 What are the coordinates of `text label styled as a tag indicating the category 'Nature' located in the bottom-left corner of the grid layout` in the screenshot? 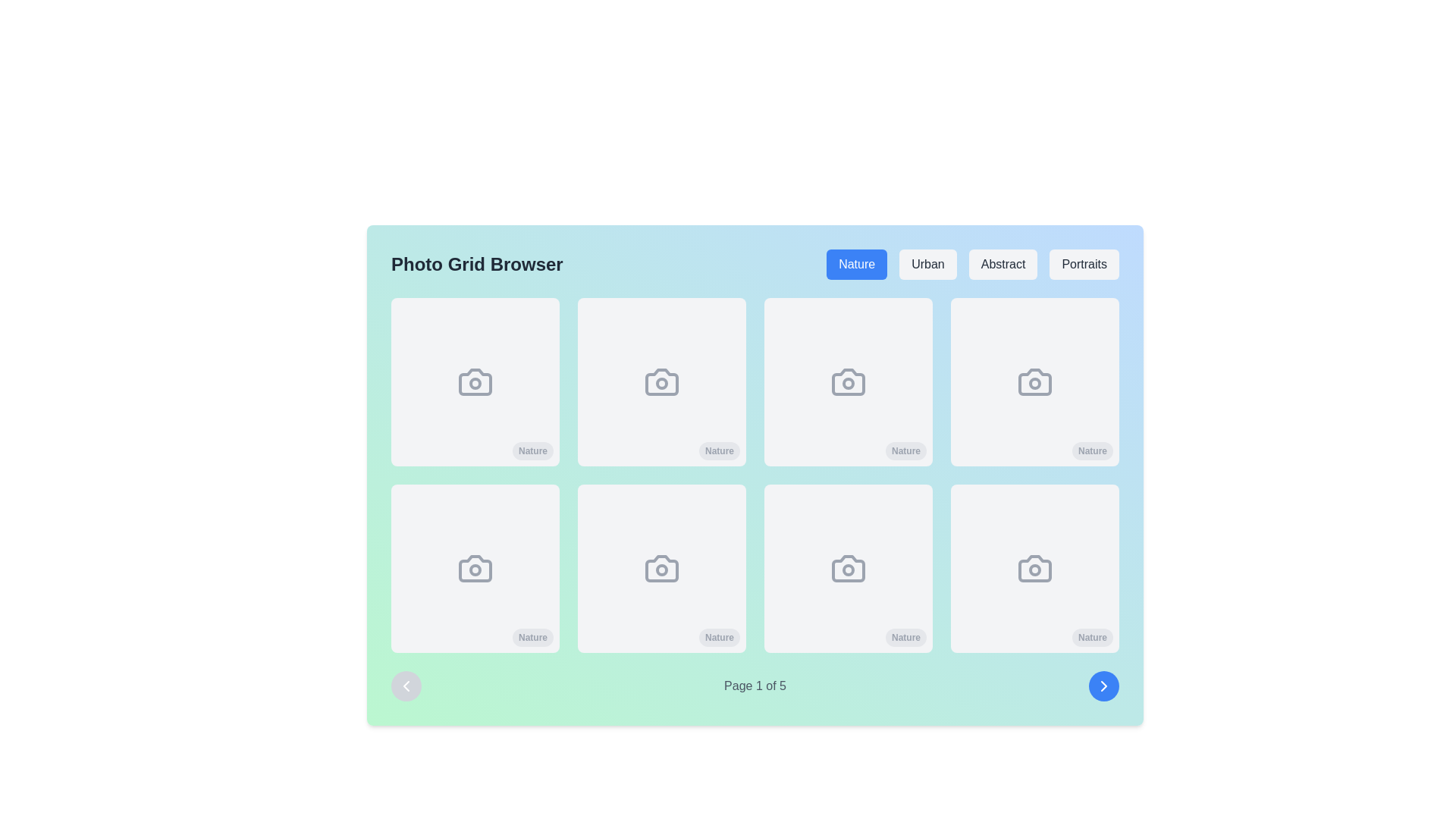 It's located at (532, 637).